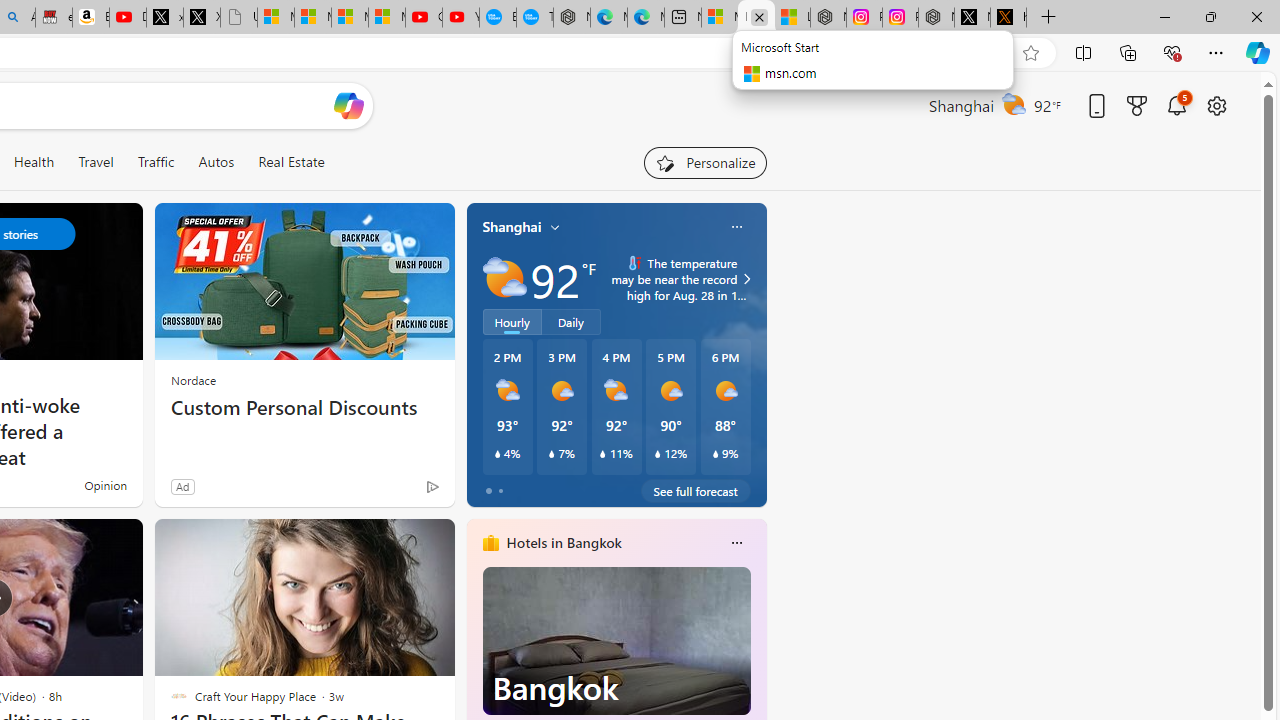  I want to click on 'hotels-header-icon', so click(490, 542).